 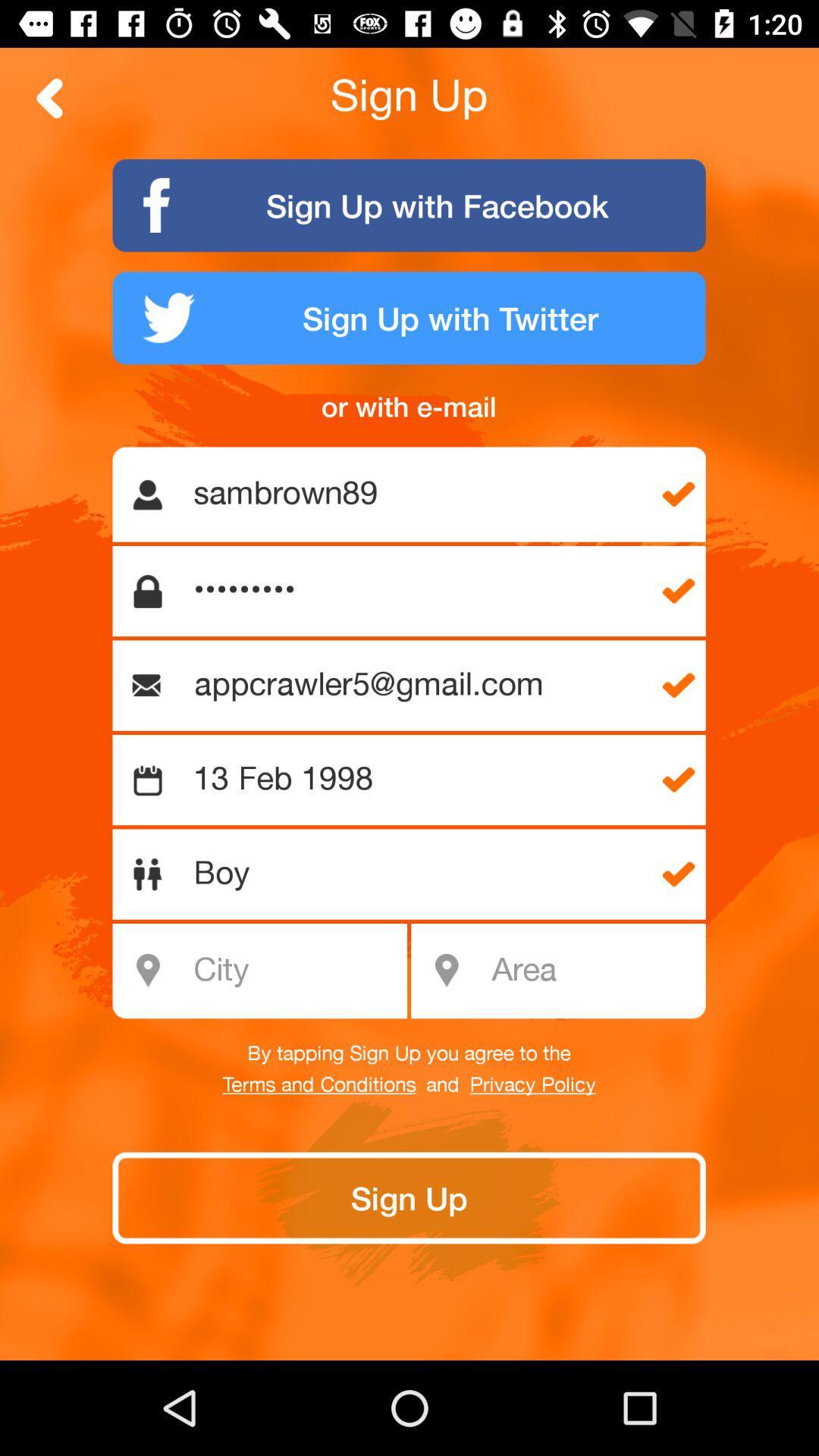 What do you see at coordinates (593, 971) in the screenshot?
I see `share your current location` at bounding box center [593, 971].